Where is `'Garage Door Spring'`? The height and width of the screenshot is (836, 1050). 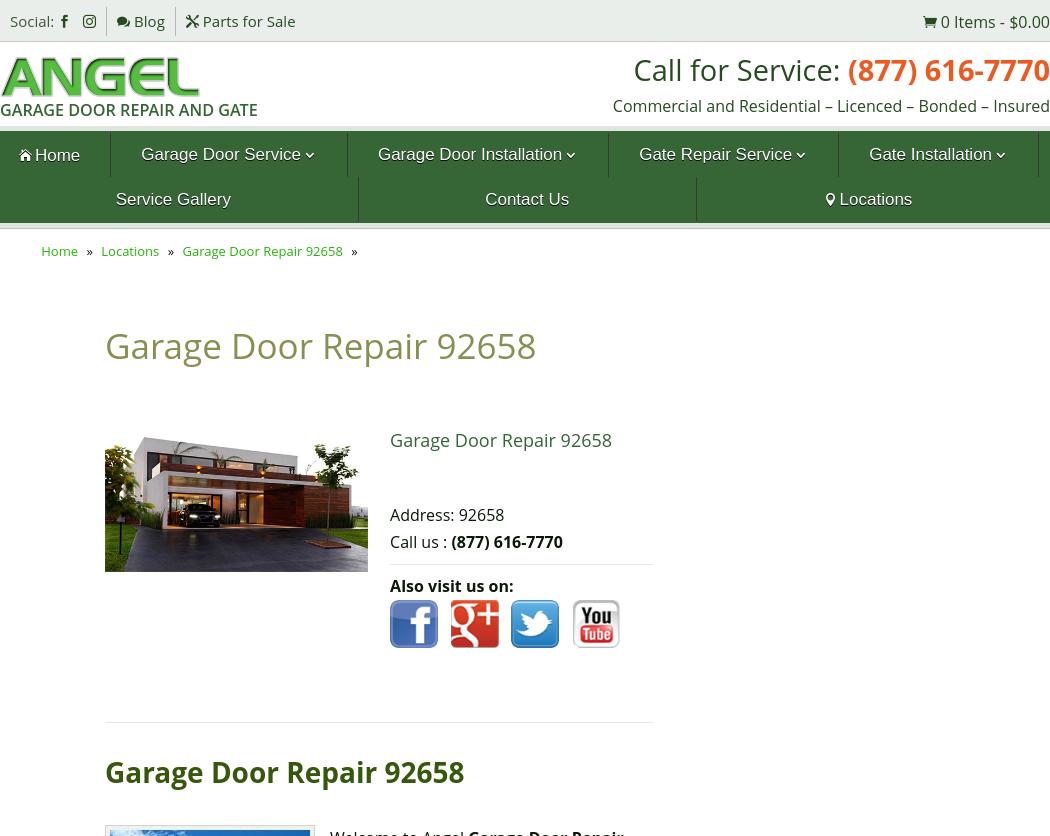
'Garage Door Spring' is located at coordinates (205, 199).